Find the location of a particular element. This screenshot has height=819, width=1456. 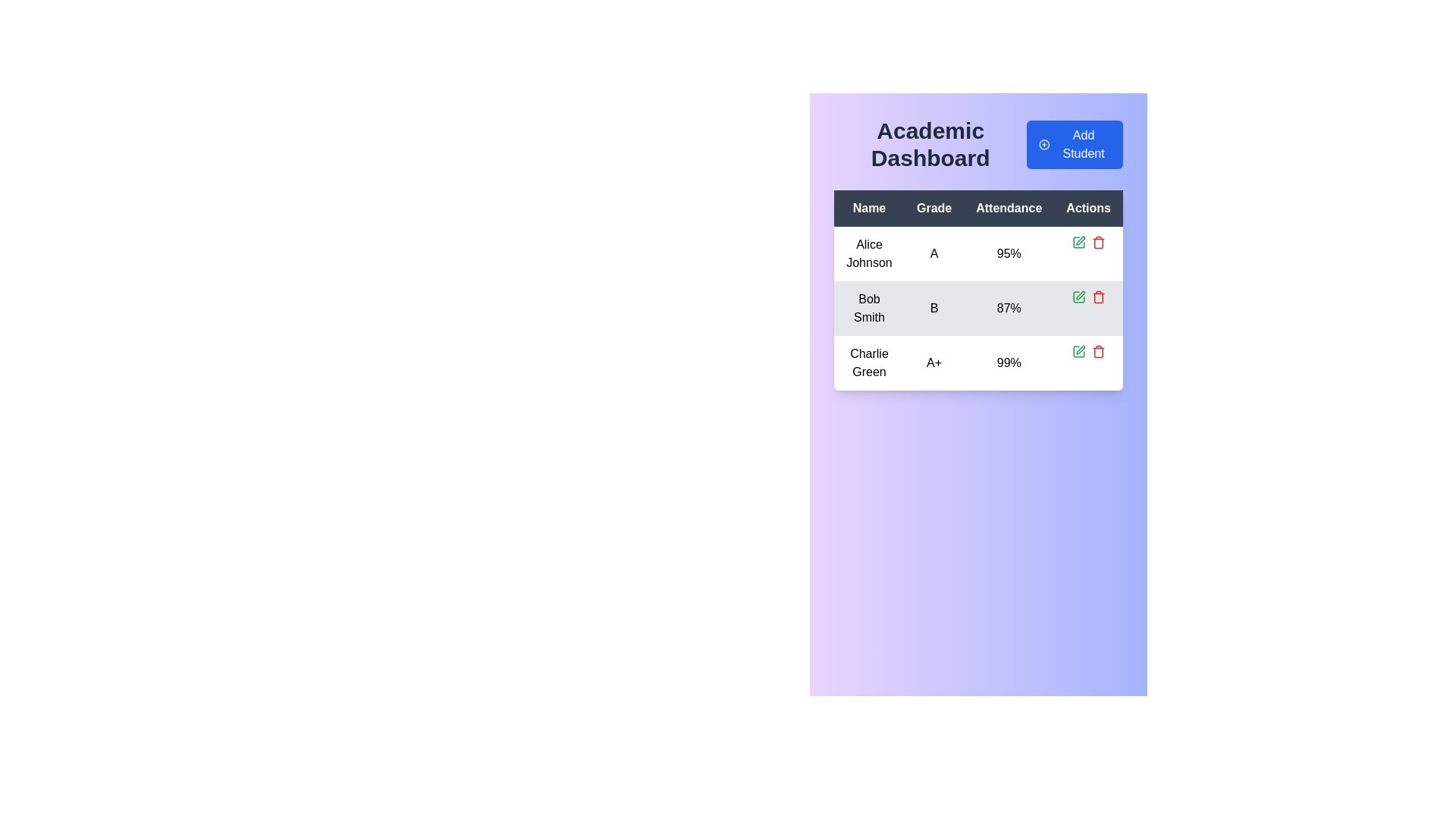

the first row of the user data table that includes 'Alice Johnson', 'A', and '95%' is located at coordinates (978, 253).